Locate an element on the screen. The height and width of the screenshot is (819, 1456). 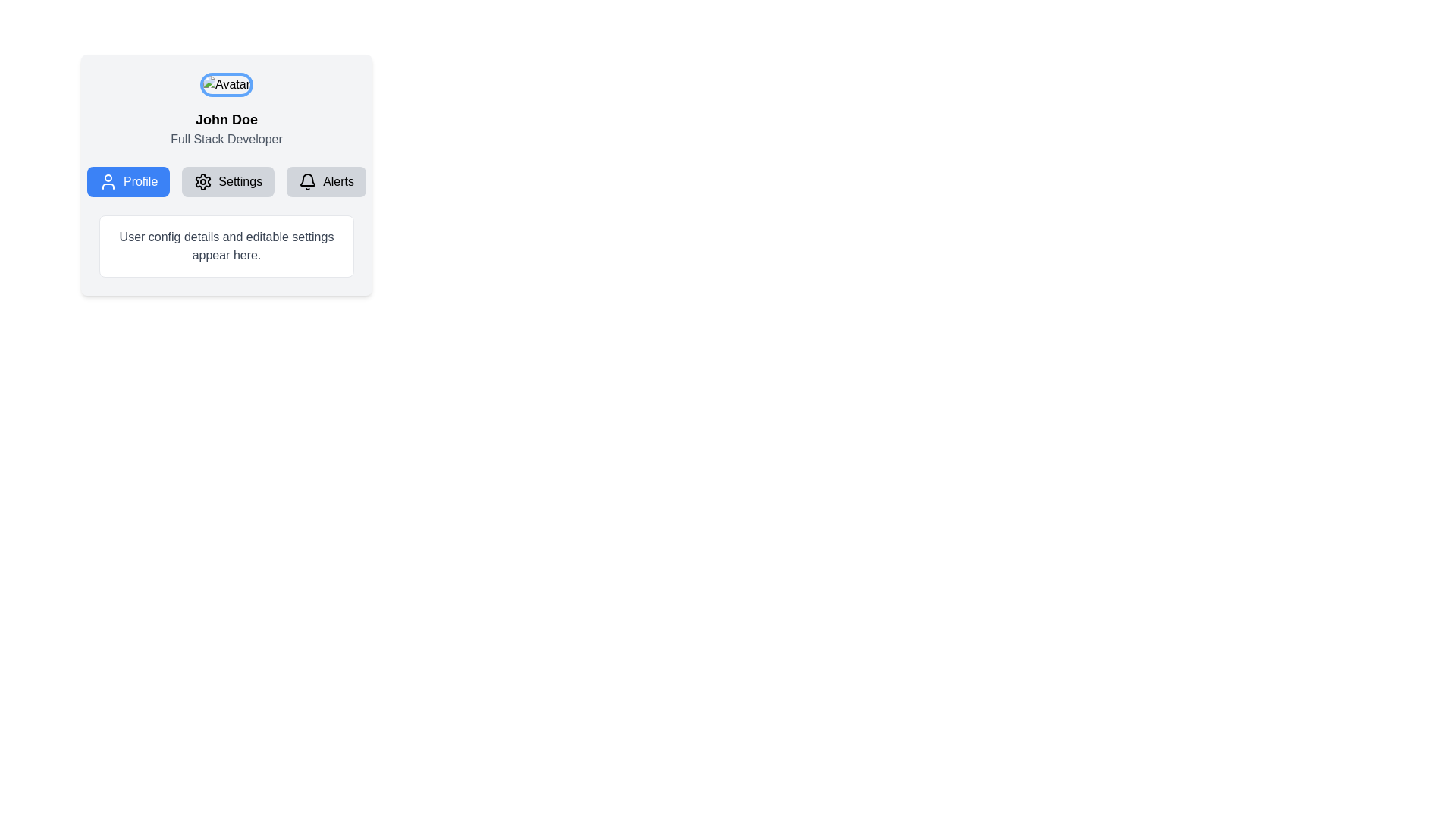
the 'Settings' button in the toolbar, which is centrally aligned below the 'John Doe, Full Stack Developer' text block is located at coordinates (225, 180).